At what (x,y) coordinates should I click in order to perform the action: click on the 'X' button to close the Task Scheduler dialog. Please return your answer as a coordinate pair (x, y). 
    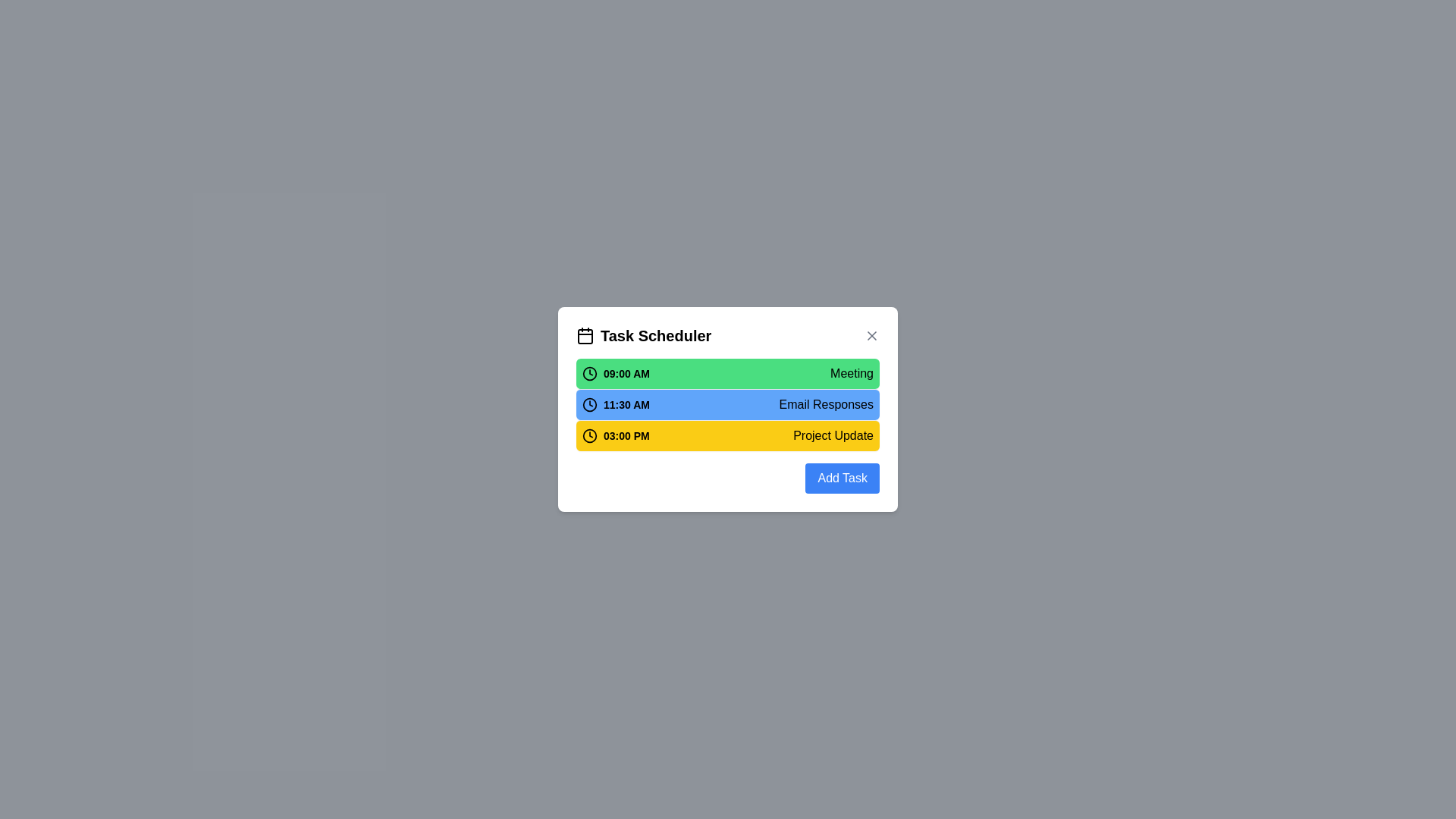
    Looking at the image, I should click on (872, 335).